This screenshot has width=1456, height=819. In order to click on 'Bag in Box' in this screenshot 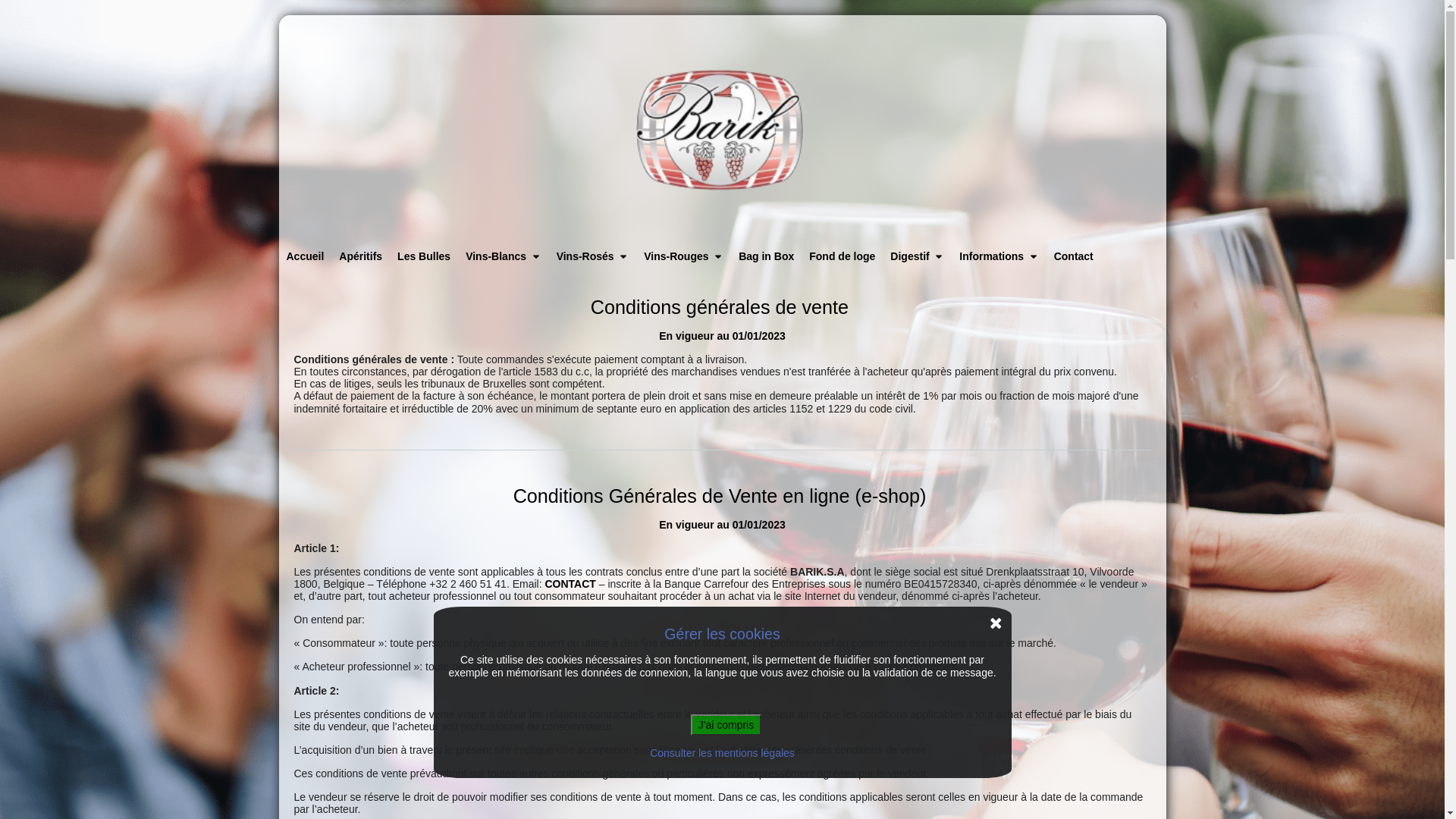, I will do `click(766, 256)`.